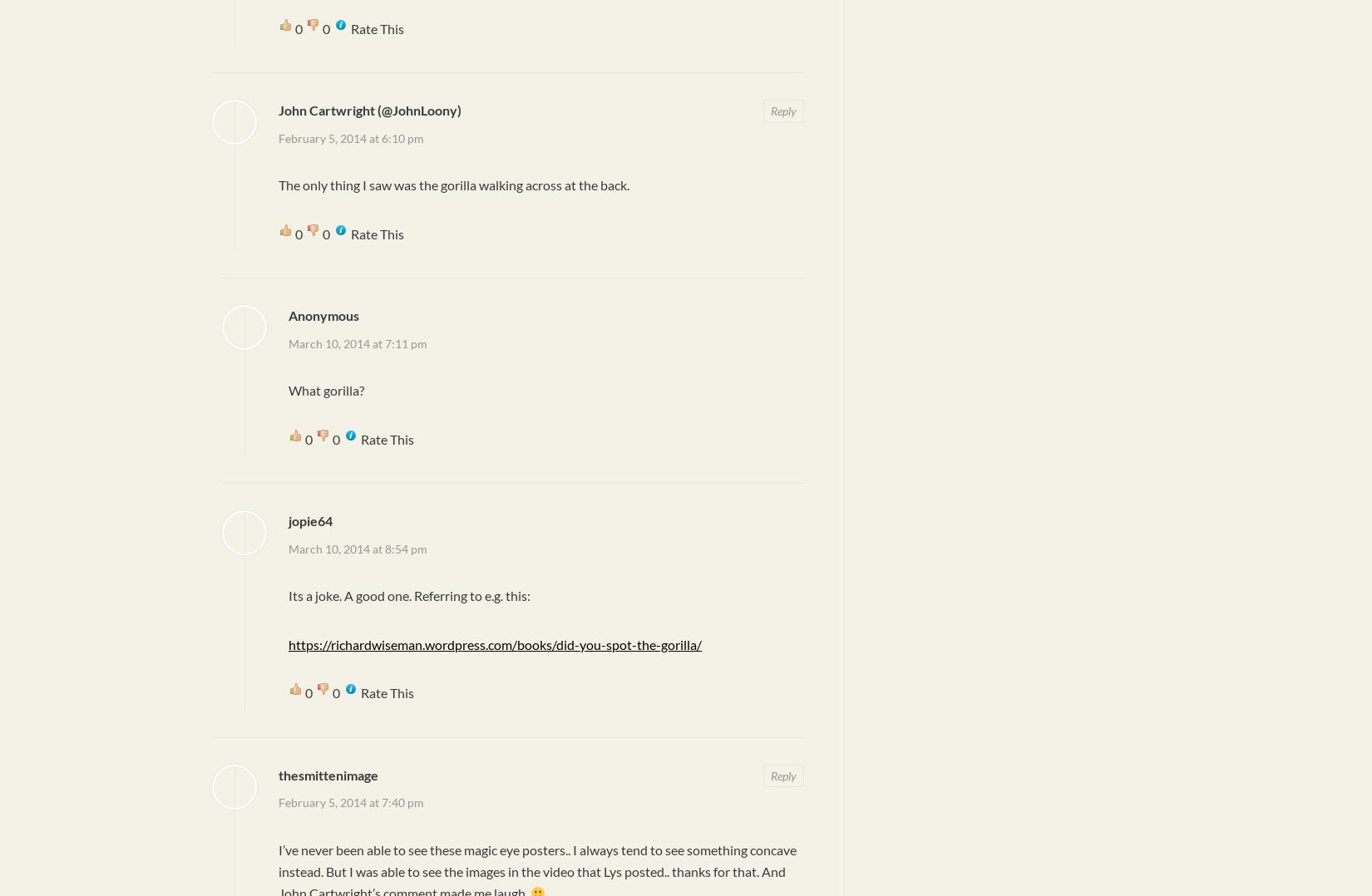 This screenshot has width=1372, height=896. I want to click on 'thesmittenimage', so click(328, 773).